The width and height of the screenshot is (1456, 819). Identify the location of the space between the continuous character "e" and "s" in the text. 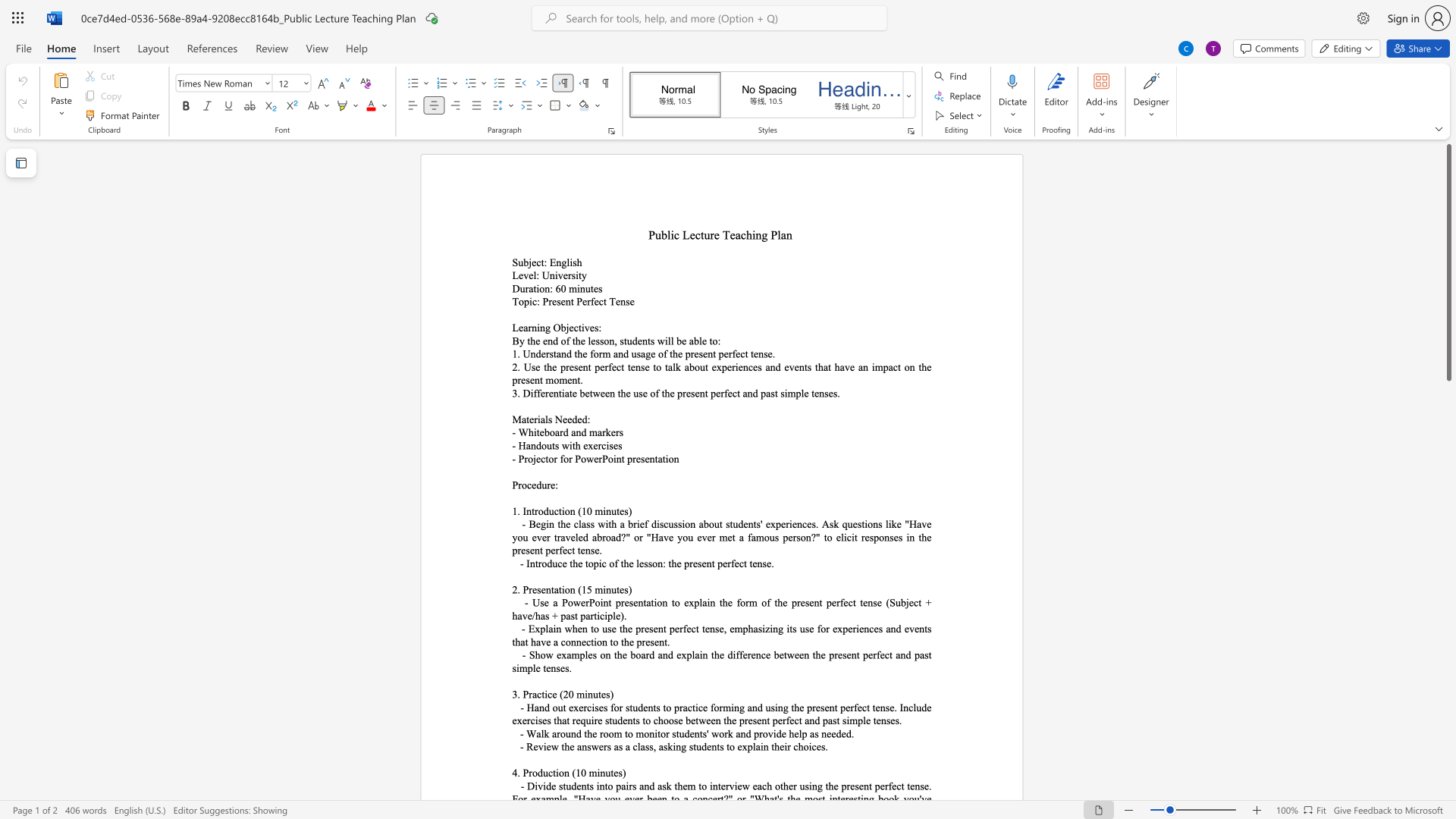
(593, 327).